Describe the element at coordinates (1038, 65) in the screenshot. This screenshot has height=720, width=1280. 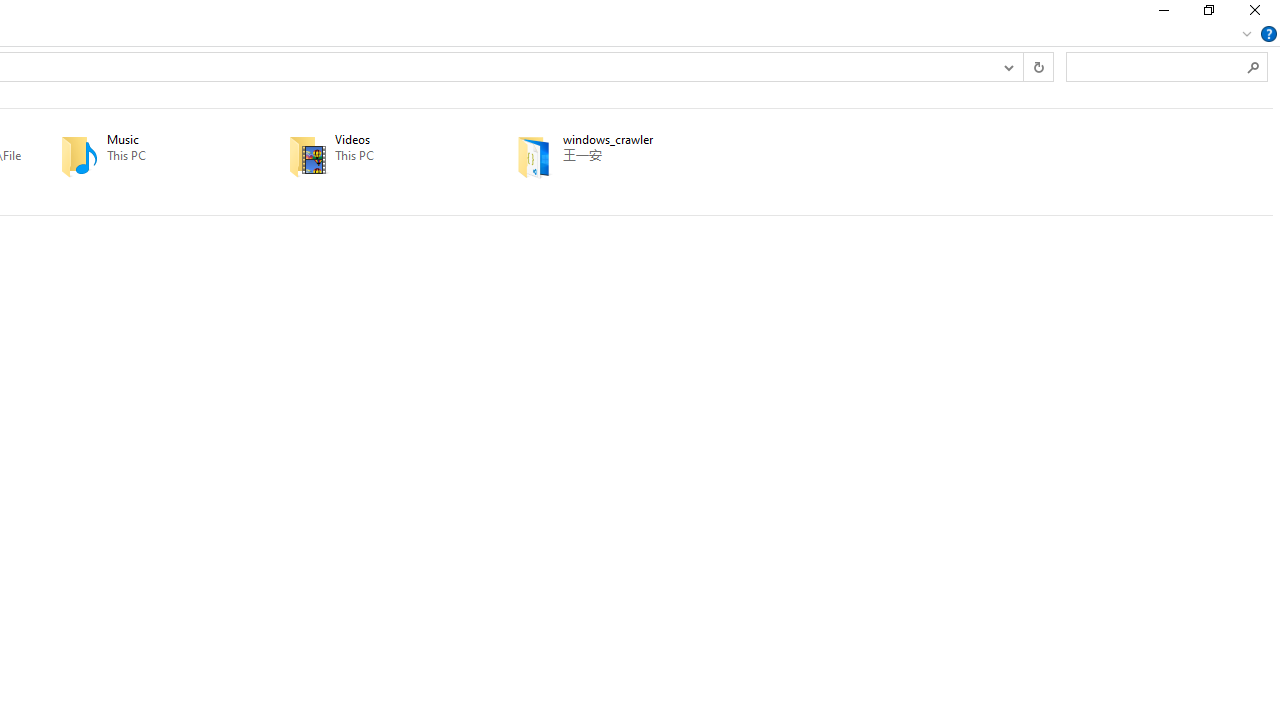
I see `'Refresh "Quick access" (F5)'` at that location.